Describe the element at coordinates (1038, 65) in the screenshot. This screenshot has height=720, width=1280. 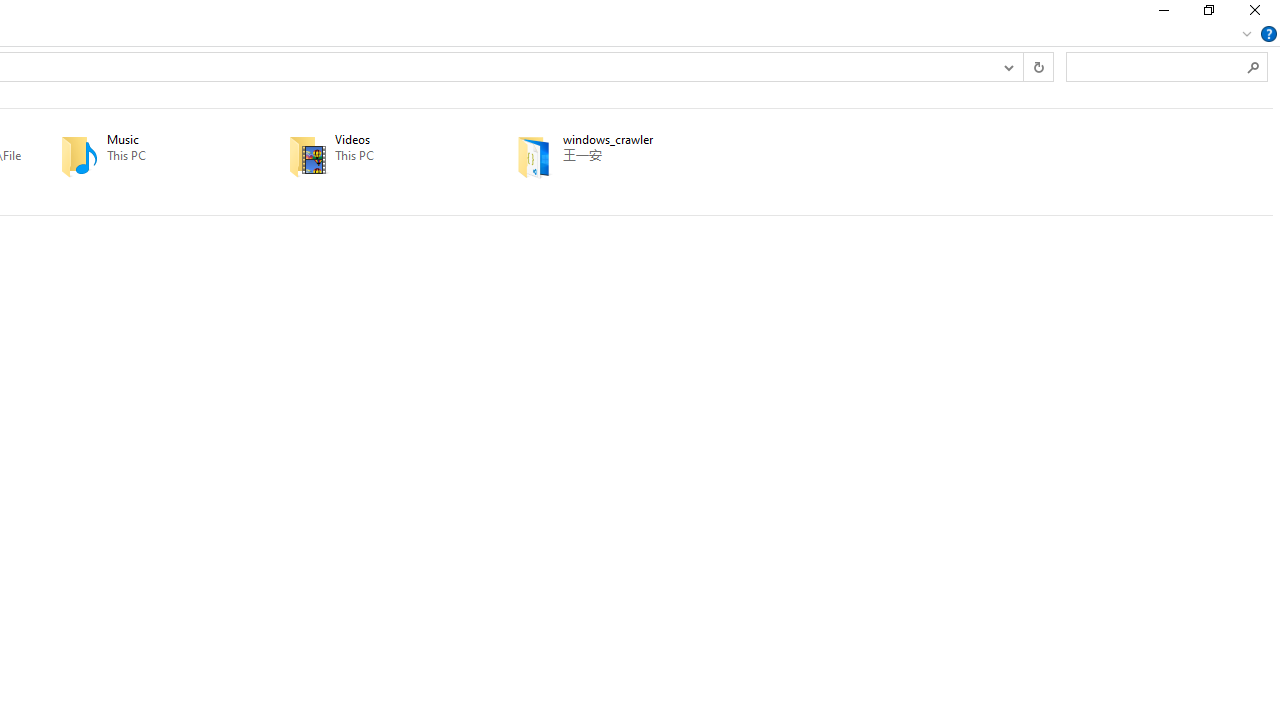
I see `'Refresh "Quick access" (F5)'` at that location.